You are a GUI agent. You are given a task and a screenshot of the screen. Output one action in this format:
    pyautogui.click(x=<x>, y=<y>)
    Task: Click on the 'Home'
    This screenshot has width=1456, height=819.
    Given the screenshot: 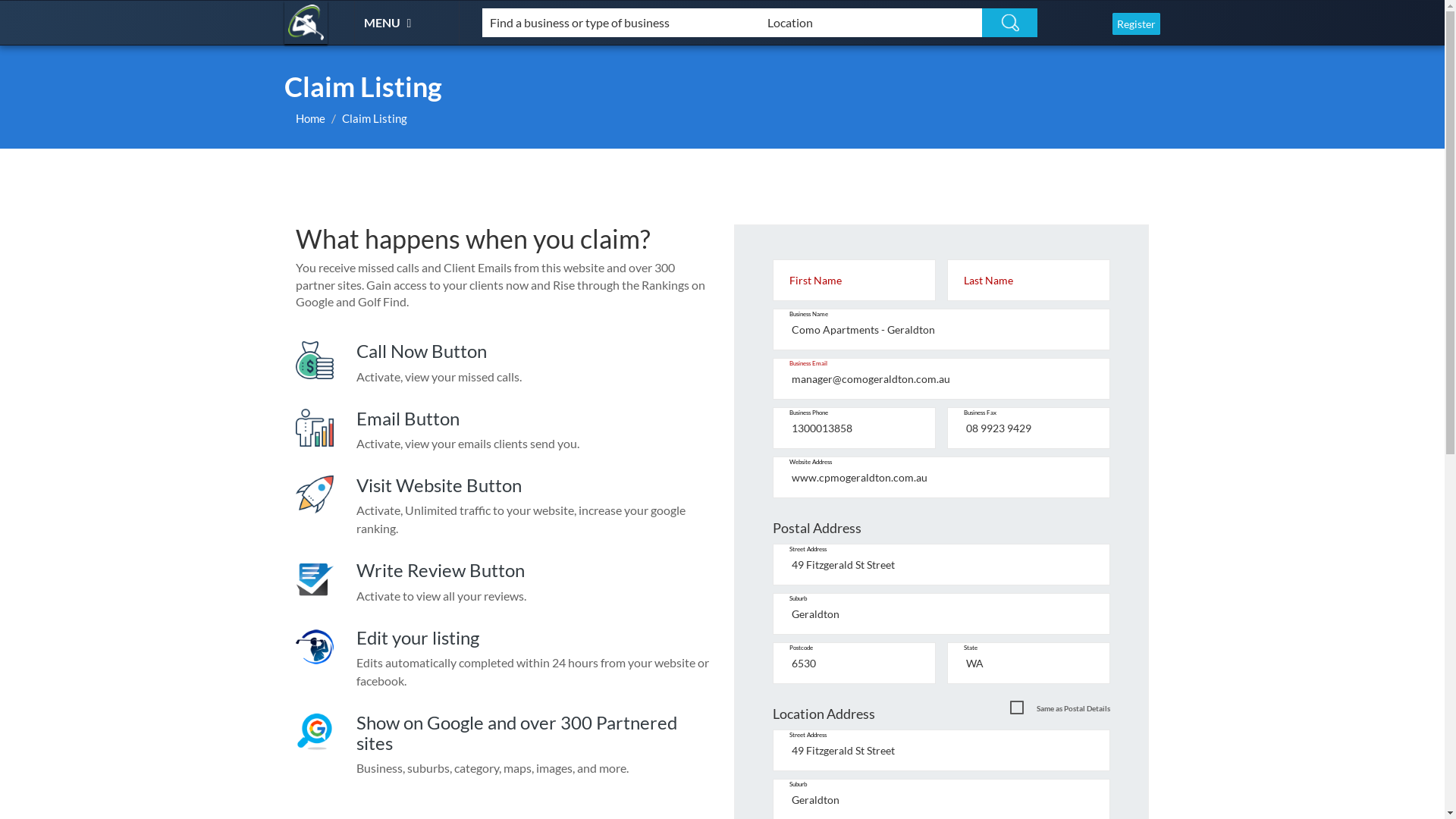 What is the action you would take?
    pyautogui.click(x=309, y=117)
    